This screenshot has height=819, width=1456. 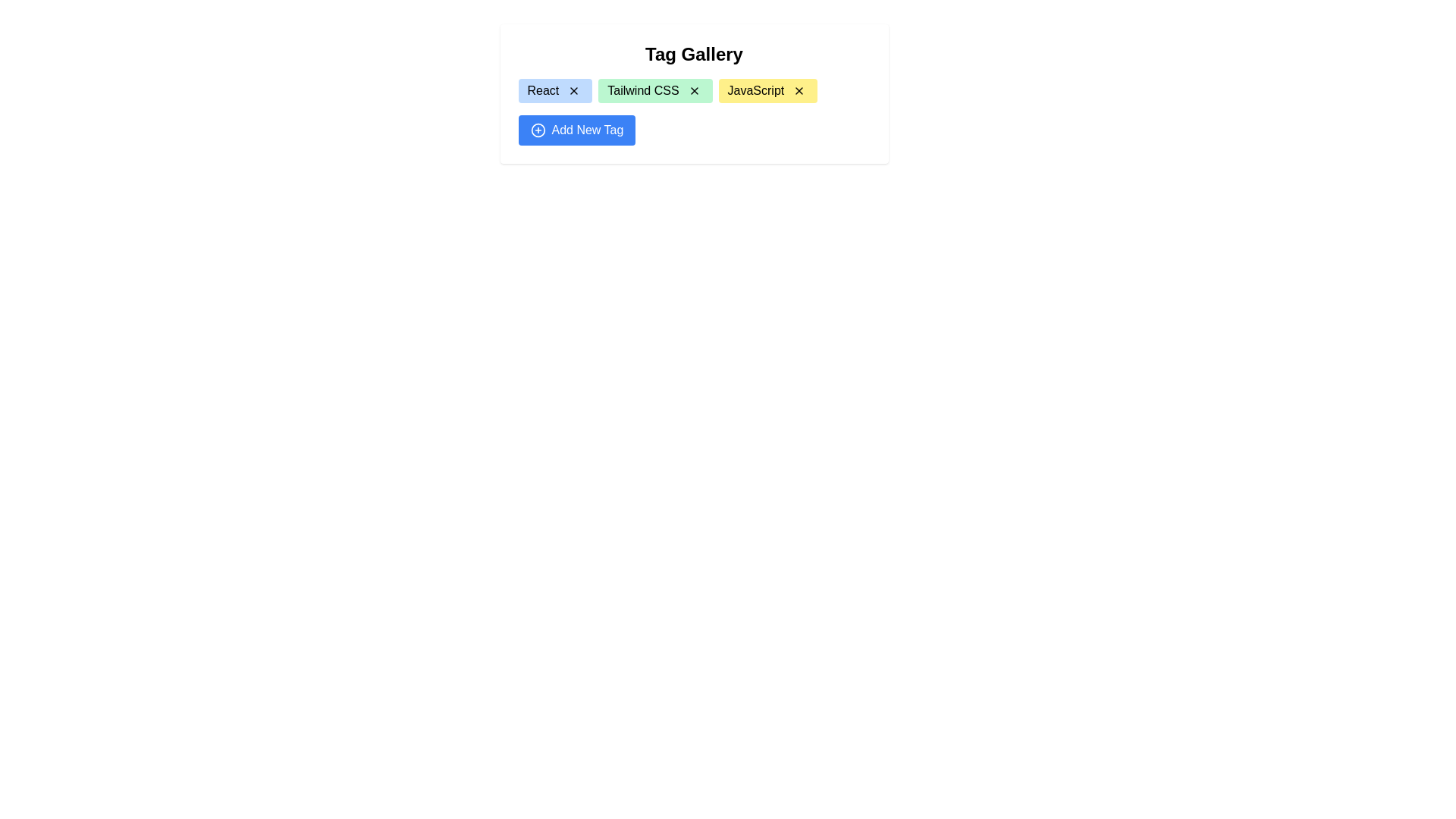 What do you see at coordinates (573, 90) in the screenshot?
I see `the Close/Remove icon button, which is a cross icon within a small interactive button adjacent to the 'React' tag in the 'Tag Gallery.'` at bounding box center [573, 90].